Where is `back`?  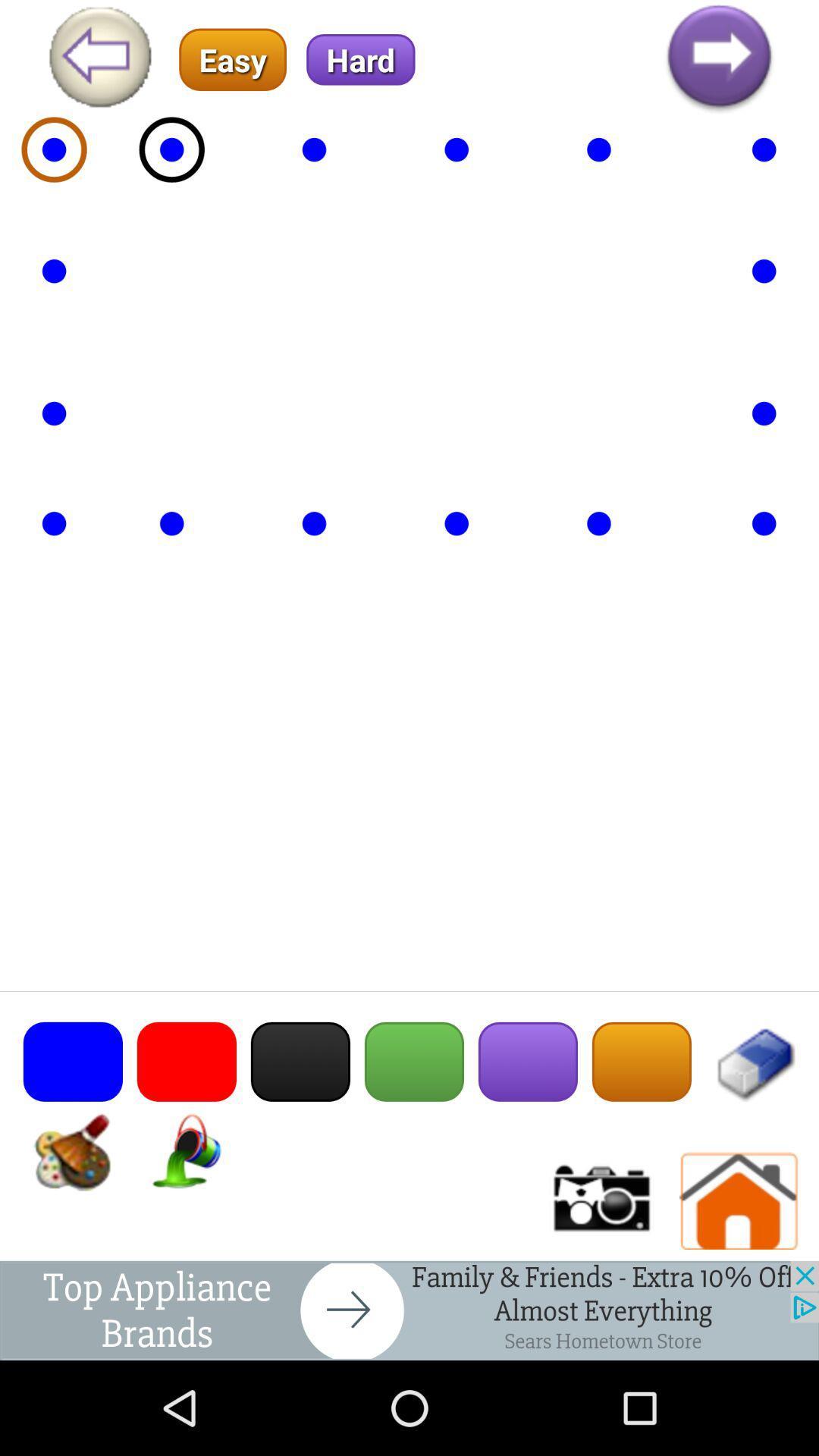 back is located at coordinates (409, 1310).